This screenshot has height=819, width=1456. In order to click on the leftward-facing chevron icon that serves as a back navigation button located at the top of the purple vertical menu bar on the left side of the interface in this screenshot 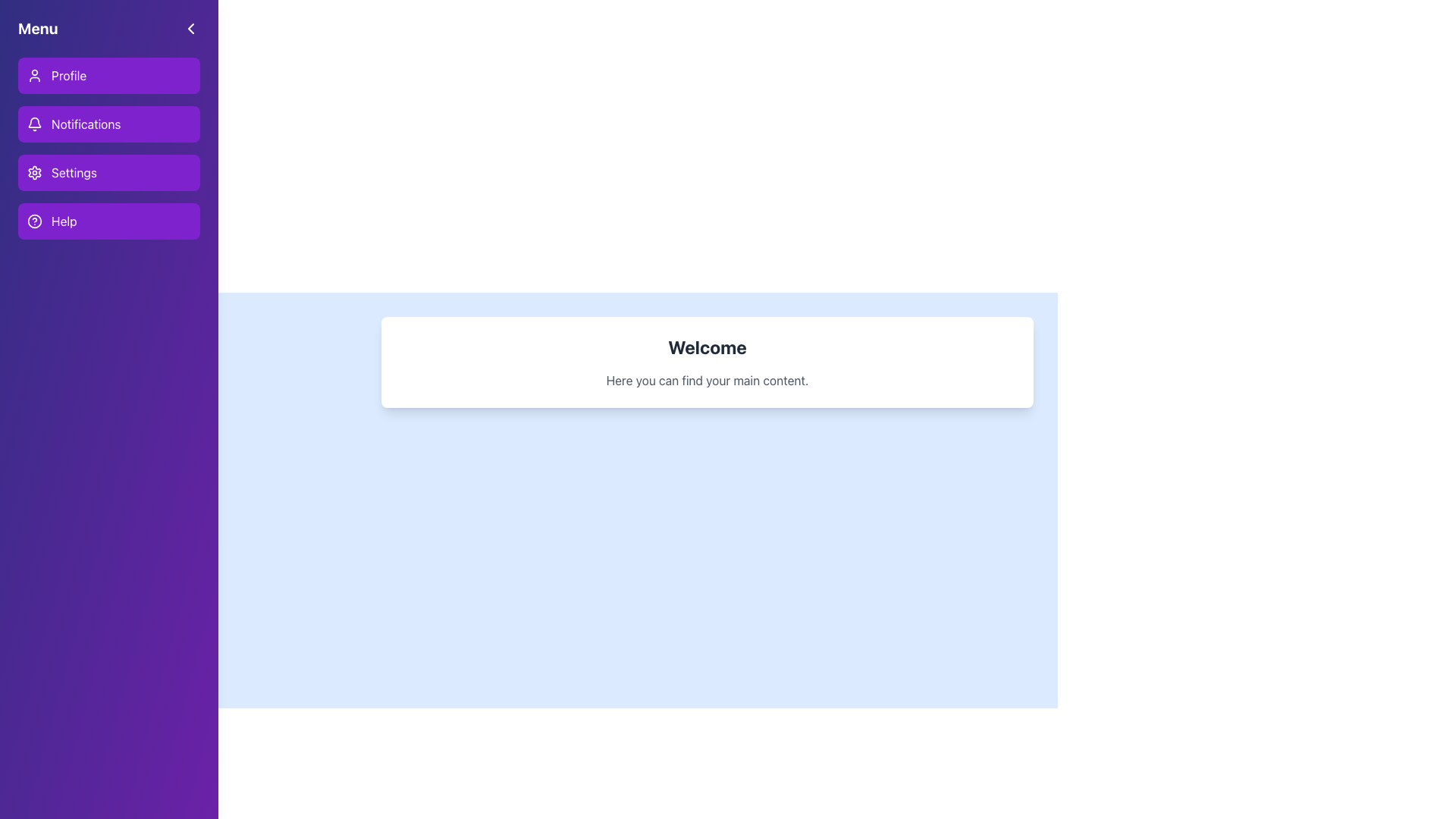, I will do `click(190, 29)`.